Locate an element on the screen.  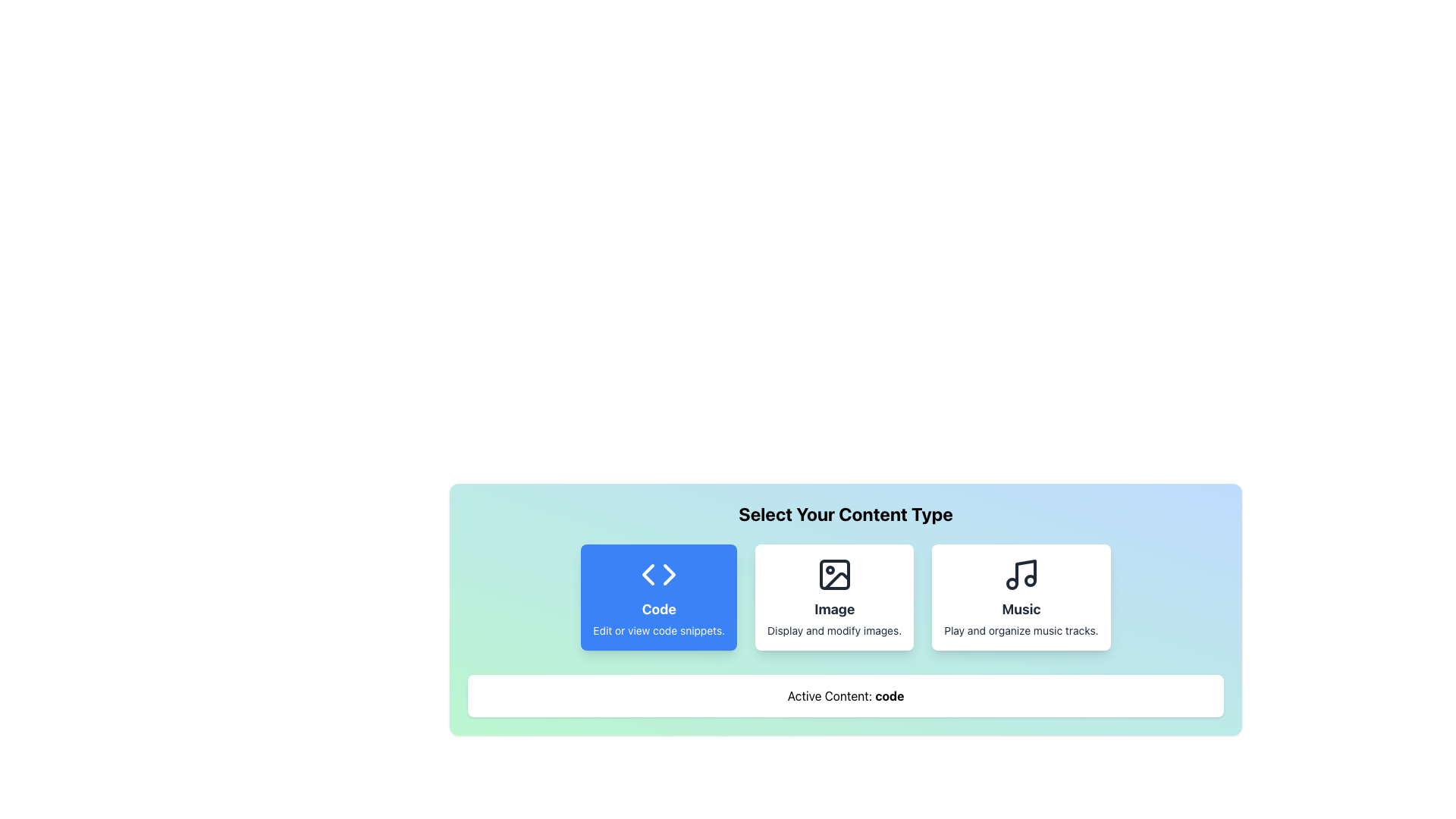
the leftward-pointing triangular arrow shape within the blue button labeled 'Code', which is part of a code-like SVG icon is located at coordinates (648, 575).